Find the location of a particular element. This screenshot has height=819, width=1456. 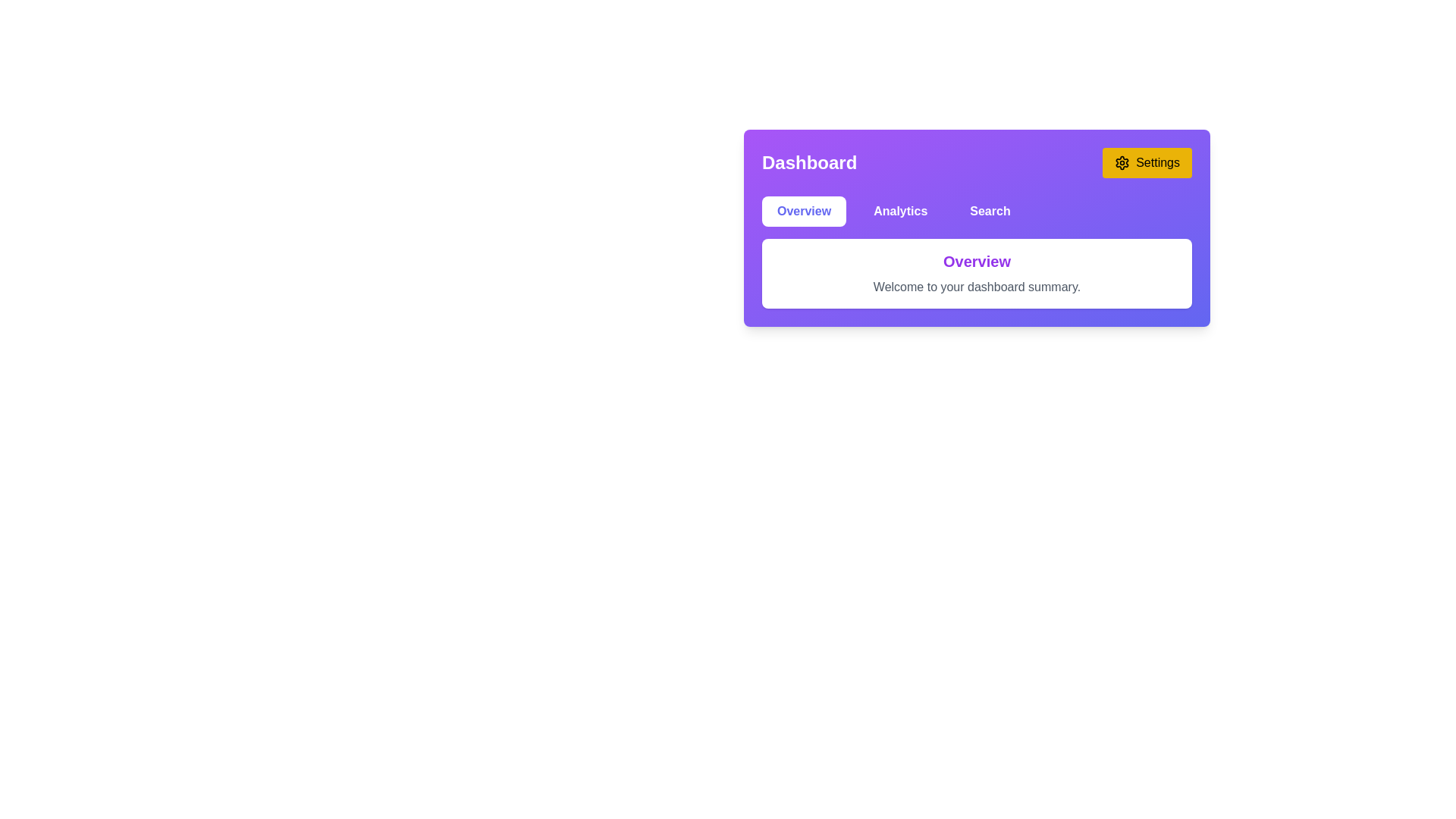

the 'Settings' text label within the button located in the top-right corner of the purple header bar is located at coordinates (1157, 163).